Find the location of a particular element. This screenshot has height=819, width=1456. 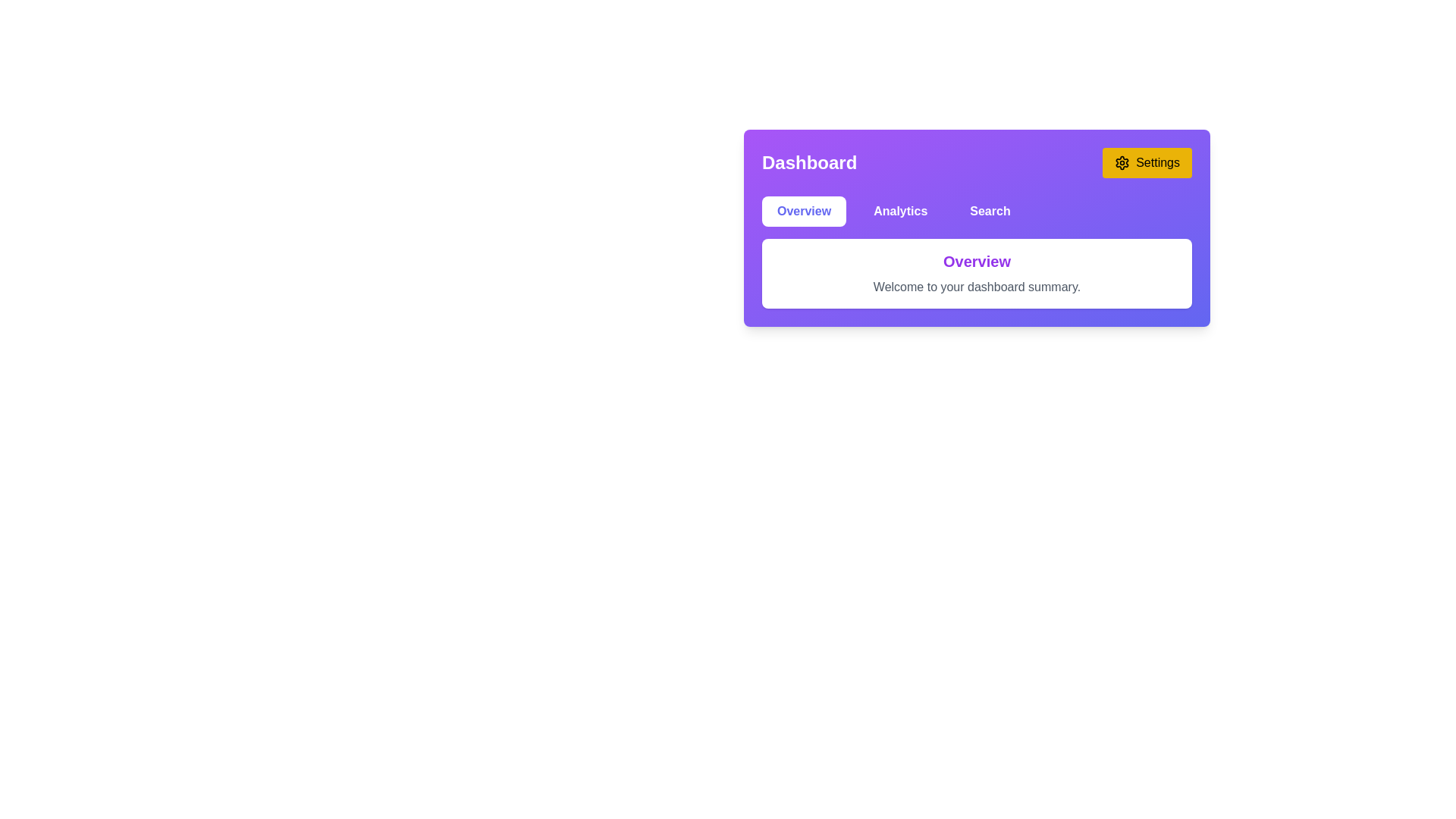

the 'Settings' text label within the button located in the top-right corner of the purple header bar is located at coordinates (1157, 163).